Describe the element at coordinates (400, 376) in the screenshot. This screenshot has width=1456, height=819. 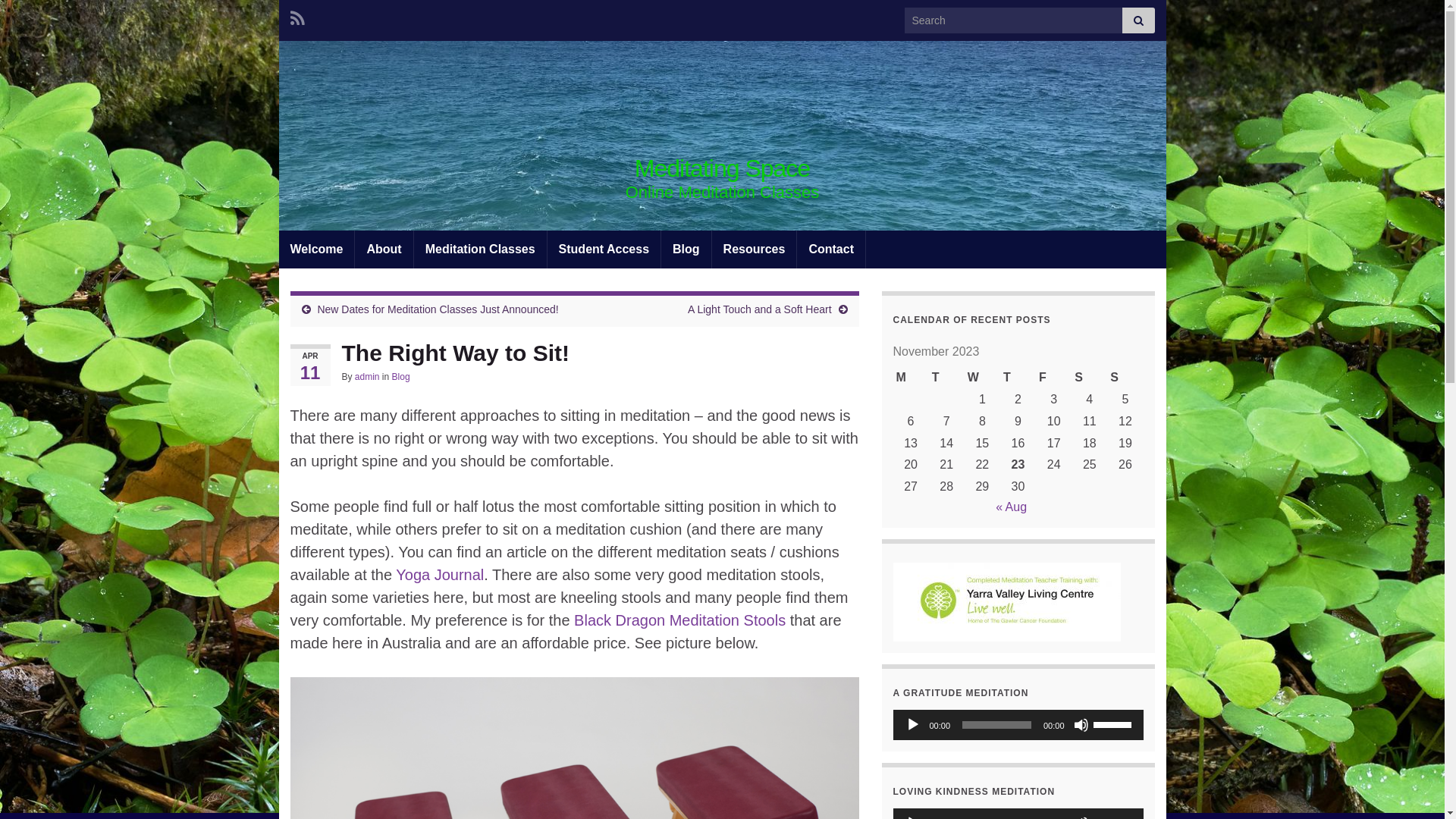
I see `'Blog'` at that location.